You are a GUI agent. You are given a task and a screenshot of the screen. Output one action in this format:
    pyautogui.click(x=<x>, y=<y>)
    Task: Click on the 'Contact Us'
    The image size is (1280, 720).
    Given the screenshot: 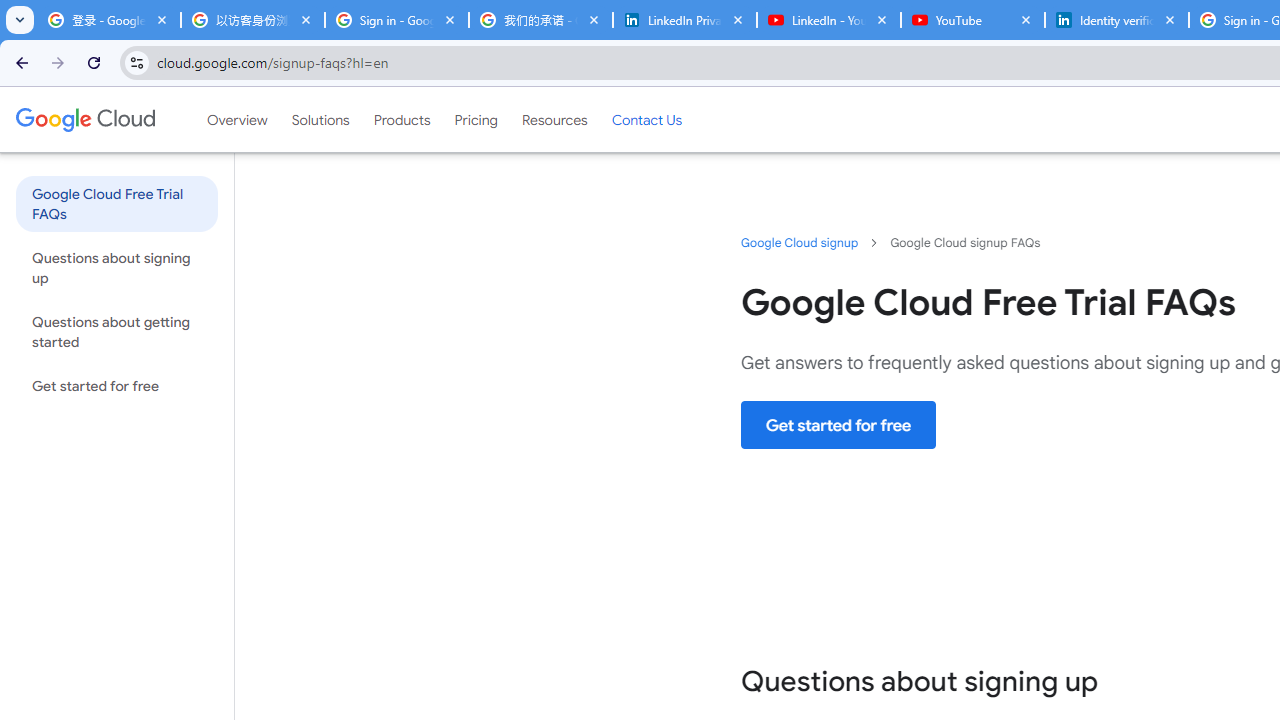 What is the action you would take?
    pyautogui.click(x=647, y=119)
    